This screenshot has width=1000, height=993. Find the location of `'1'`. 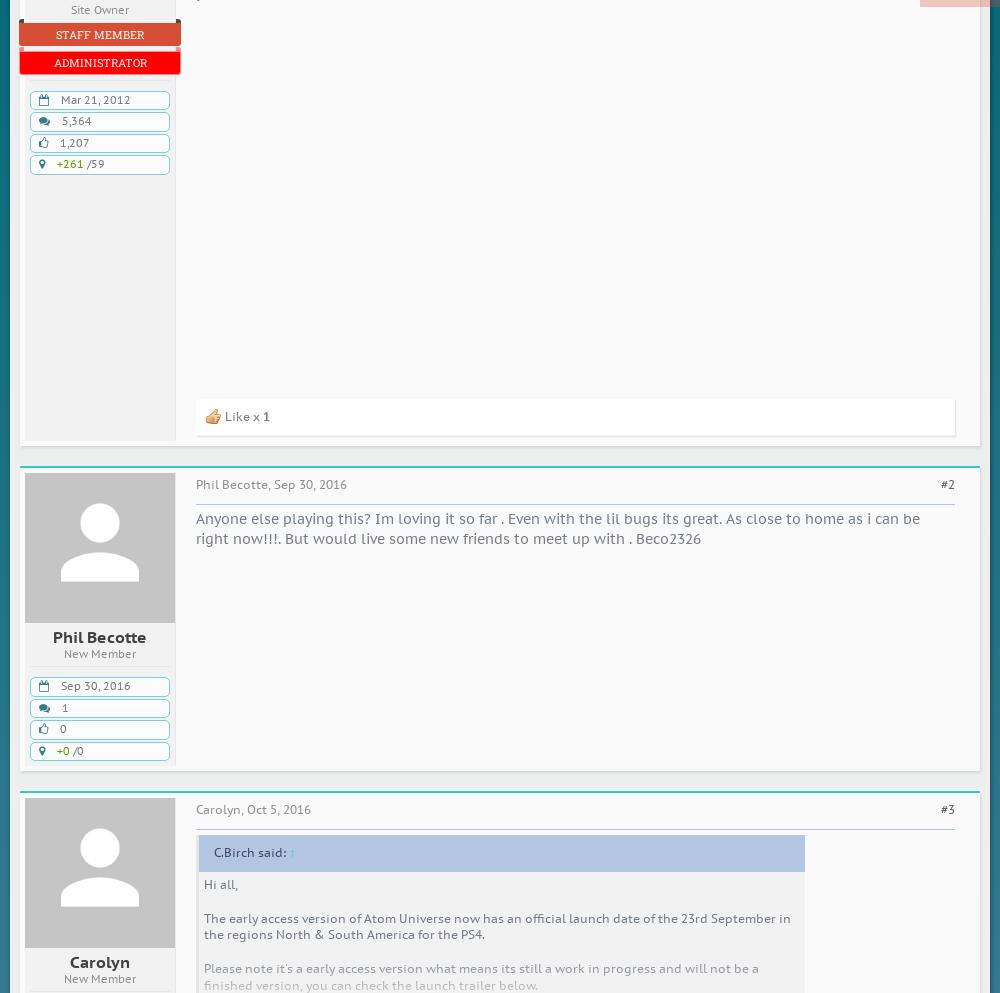

'1' is located at coordinates (64, 706).